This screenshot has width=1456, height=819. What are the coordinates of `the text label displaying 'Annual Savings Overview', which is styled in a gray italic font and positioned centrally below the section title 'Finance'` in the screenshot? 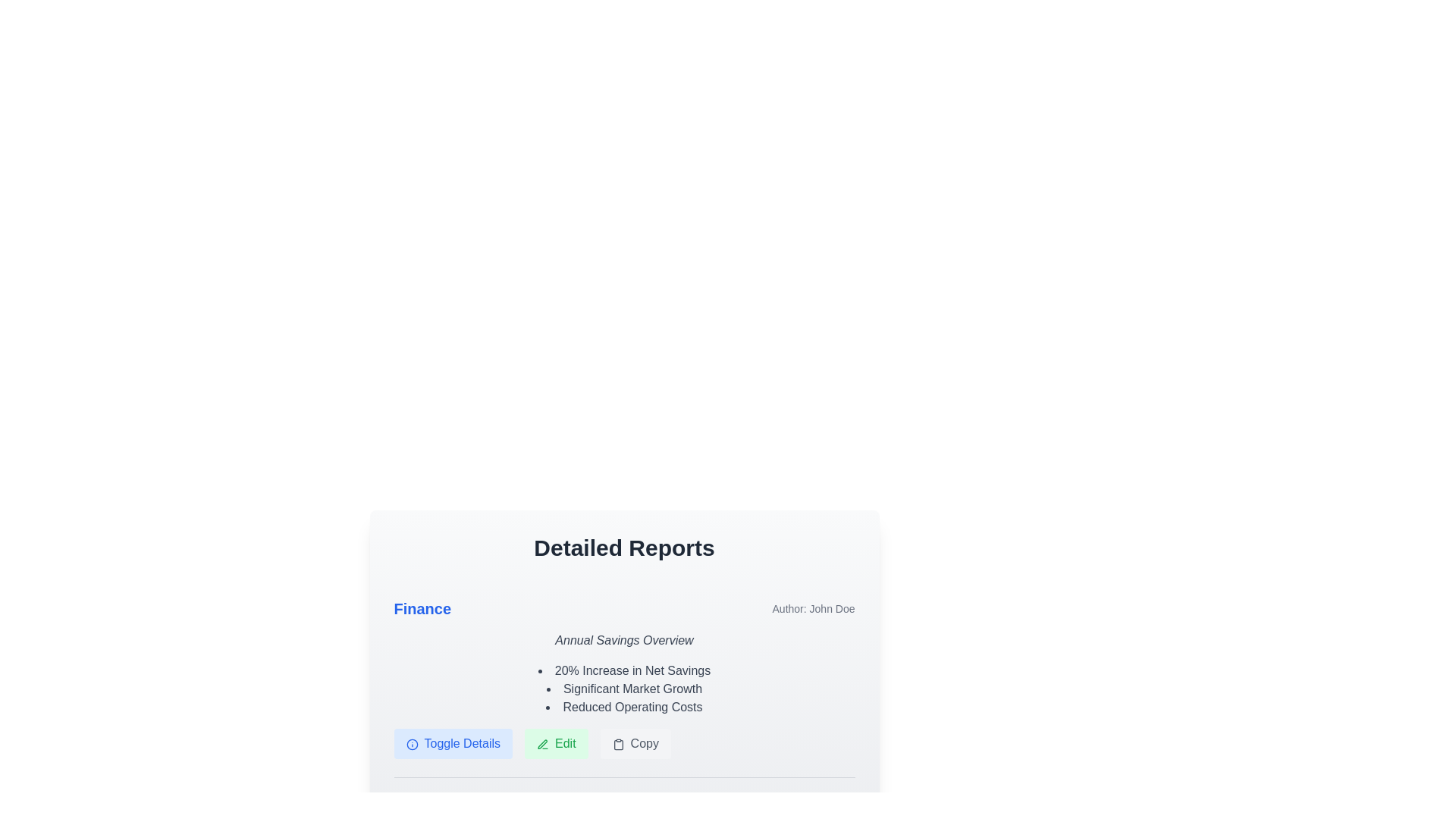 It's located at (624, 640).